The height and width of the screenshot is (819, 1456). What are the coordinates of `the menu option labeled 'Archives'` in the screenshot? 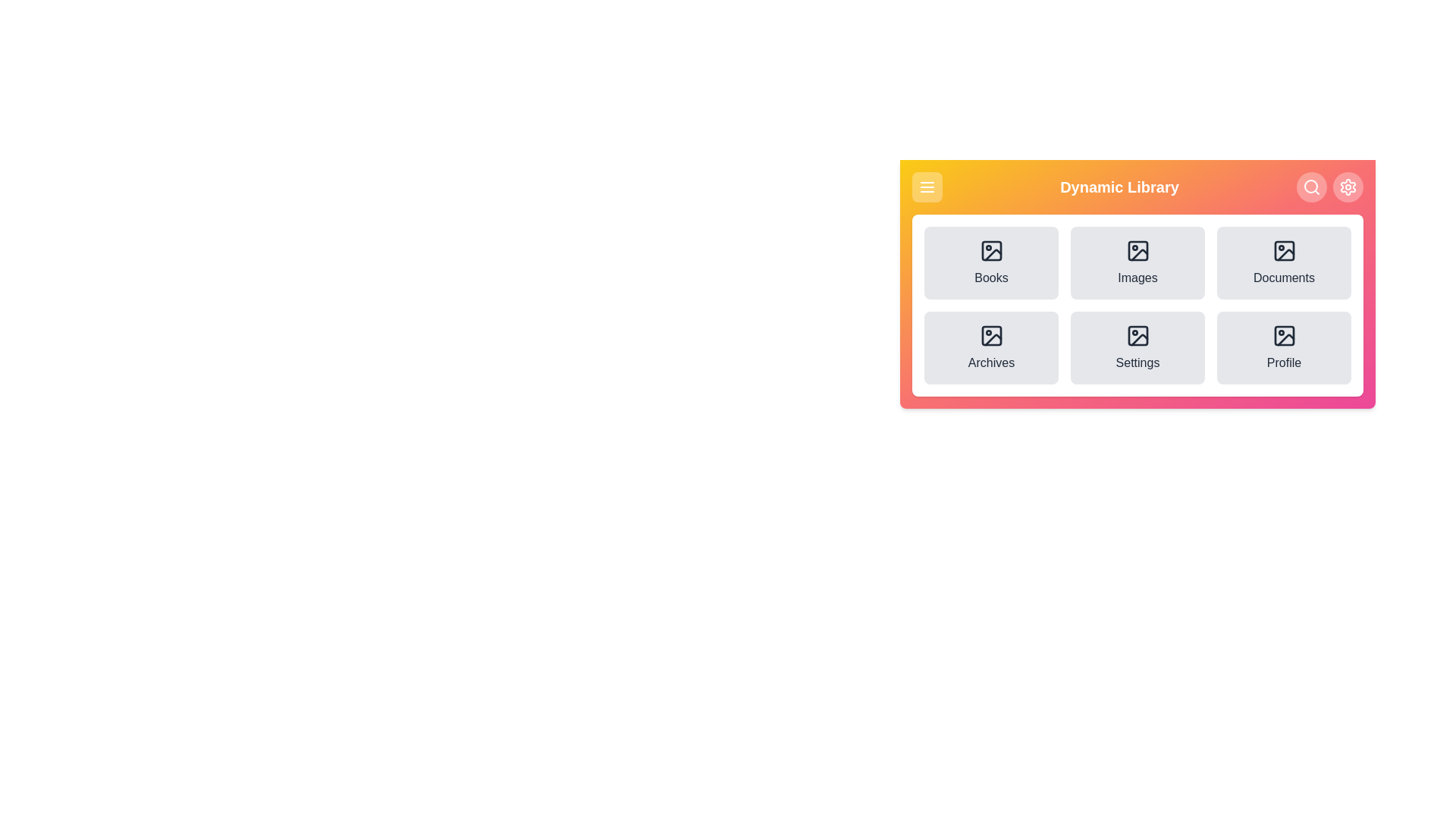 It's located at (991, 348).